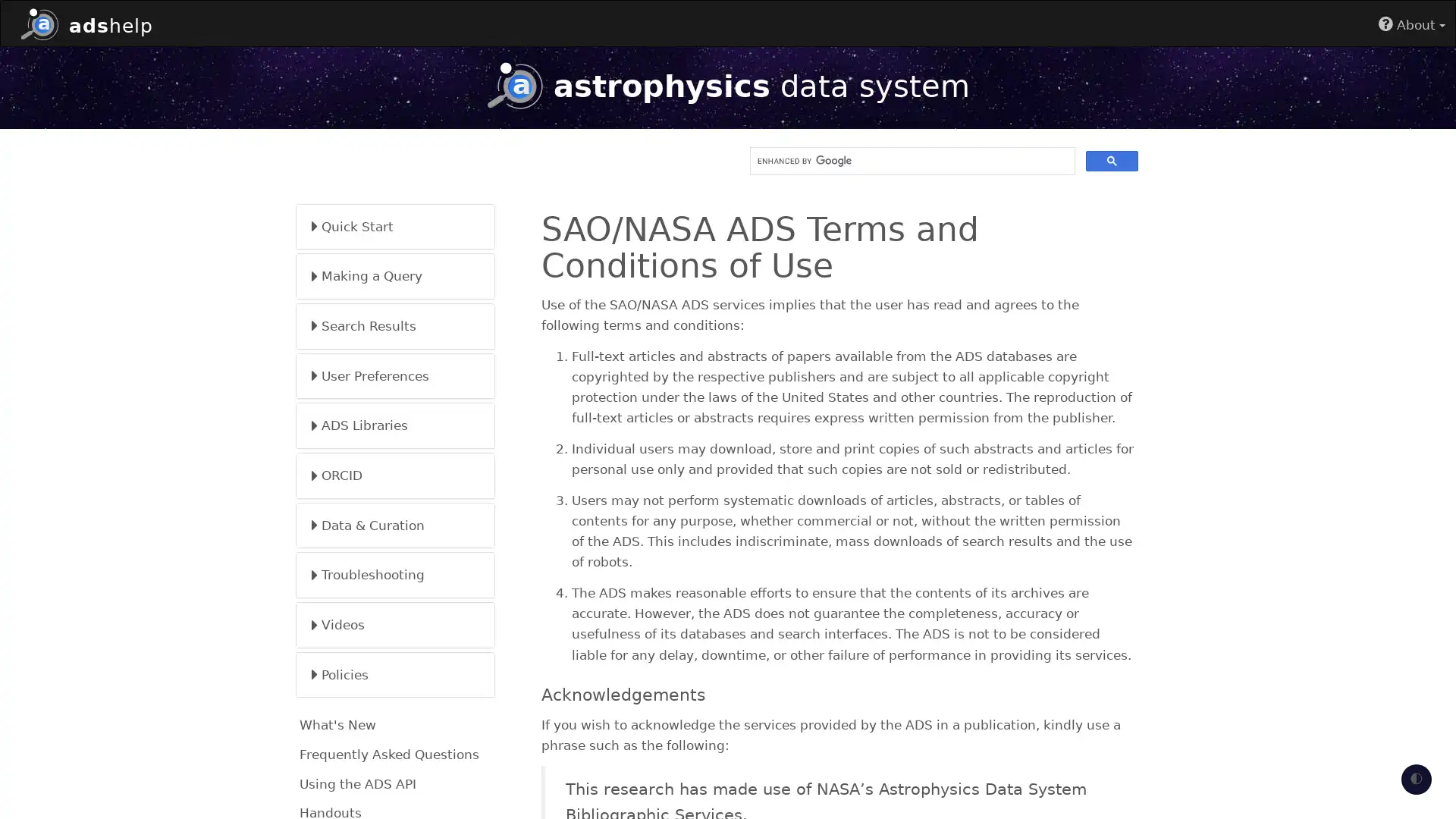 This screenshot has height=819, width=1456. I want to click on Quick Start, so click(395, 226).